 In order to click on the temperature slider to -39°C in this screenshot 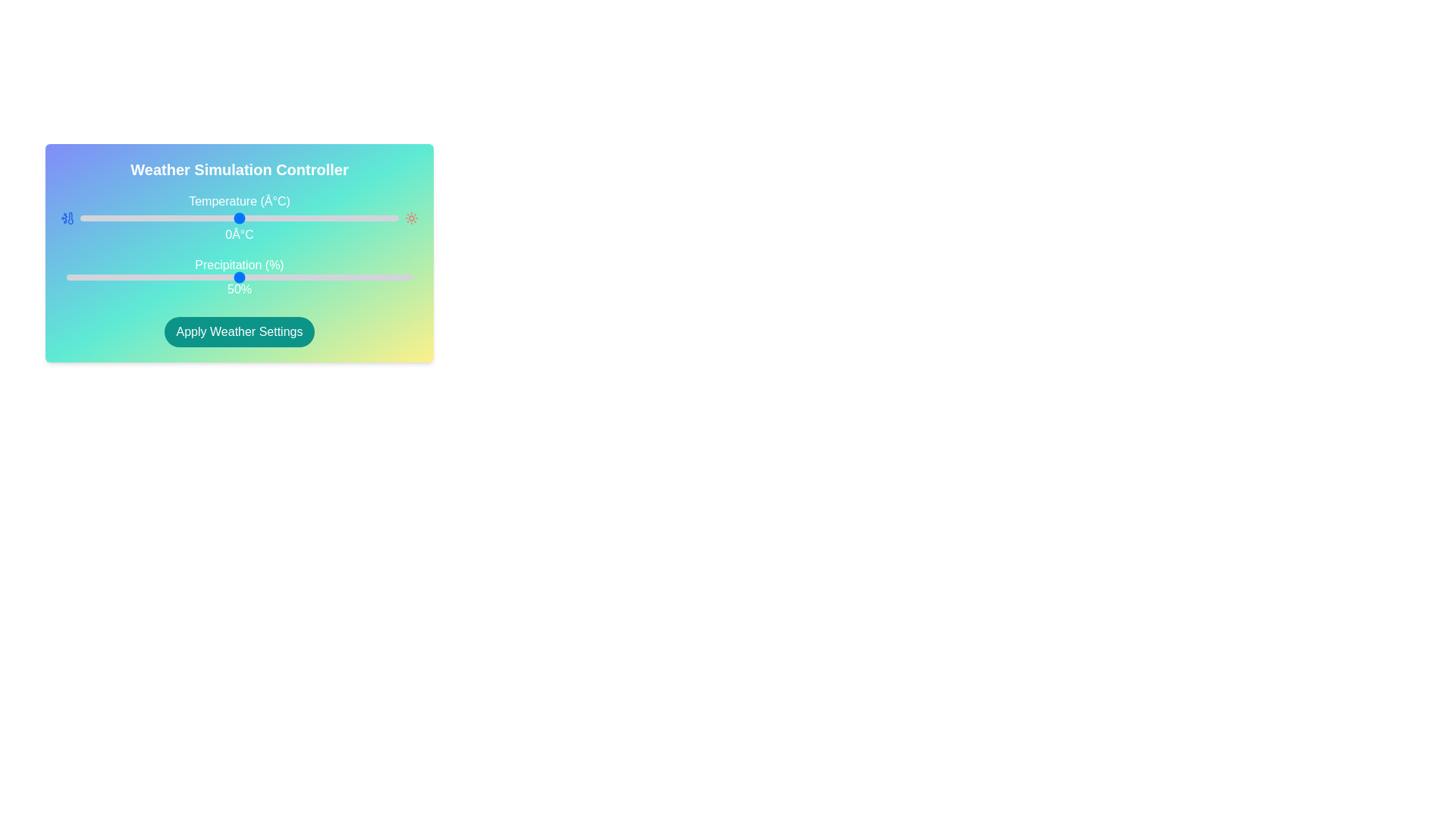, I will do `click(115, 218)`.